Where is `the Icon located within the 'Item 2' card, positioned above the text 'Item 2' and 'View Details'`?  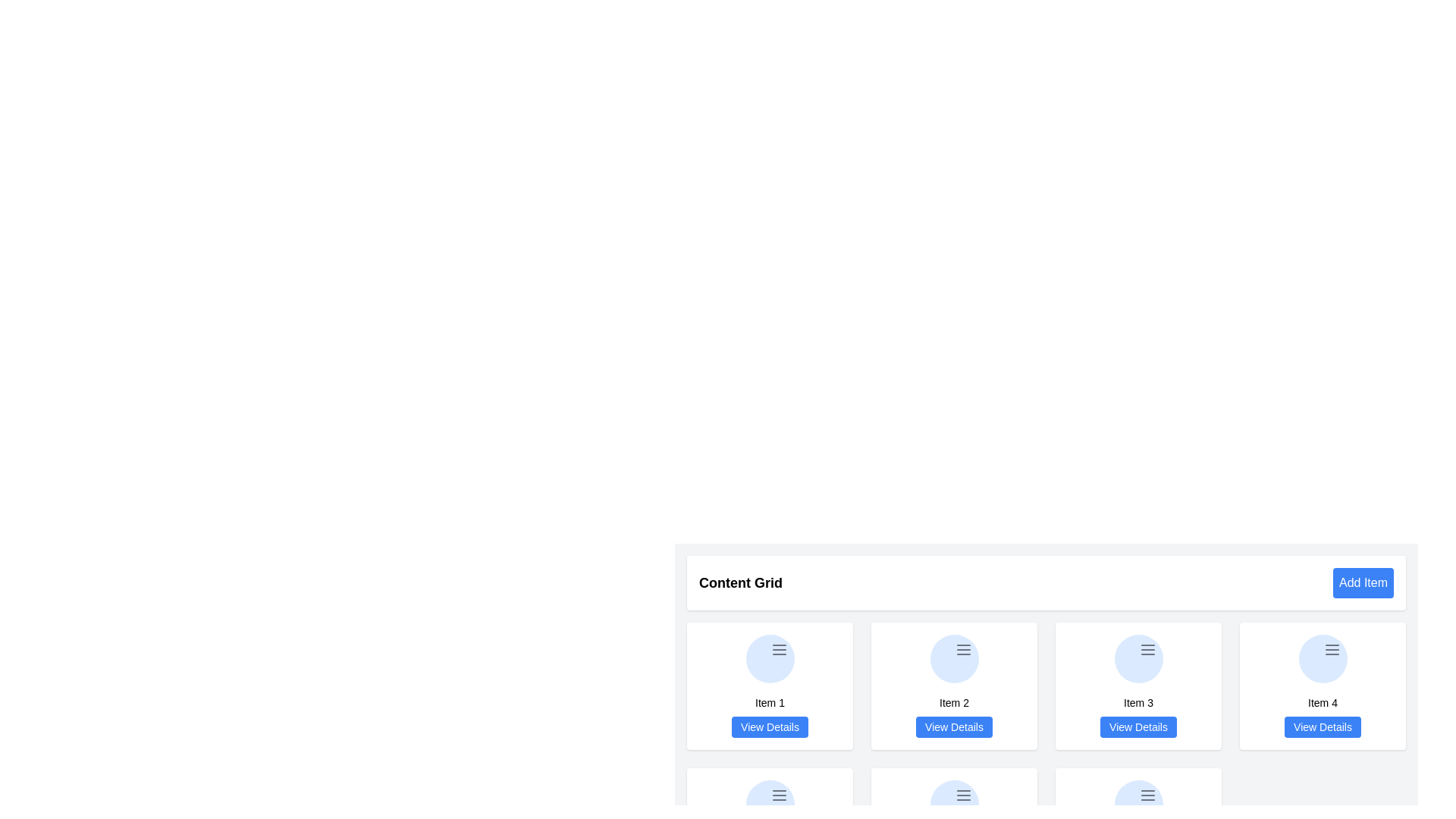
the Icon located within the 'Item 2' card, positioned above the text 'Item 2' and 'View Details' is located at coordinates (953, 657).